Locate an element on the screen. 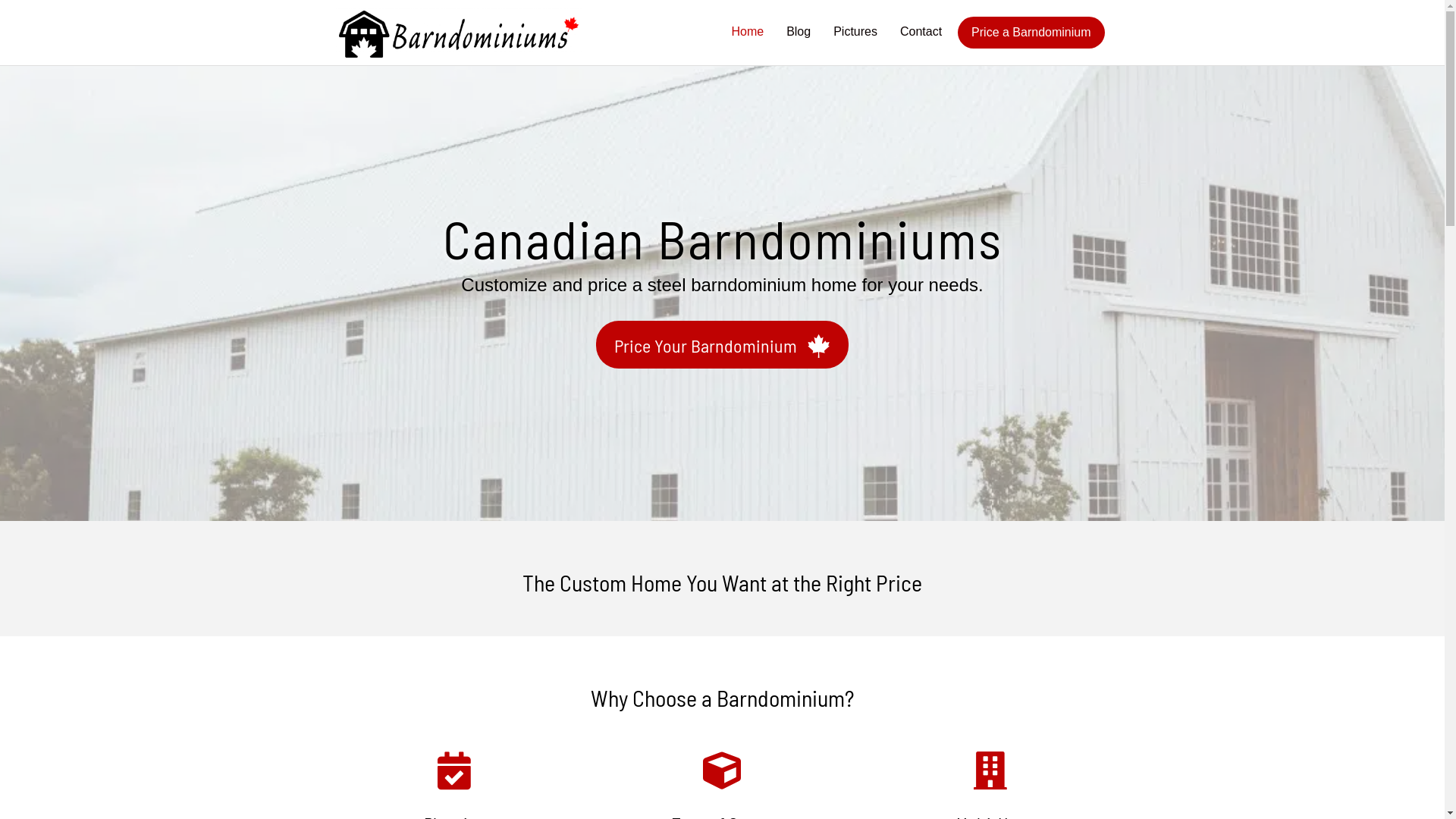  'Blog' is located at coordinates (797, 32).